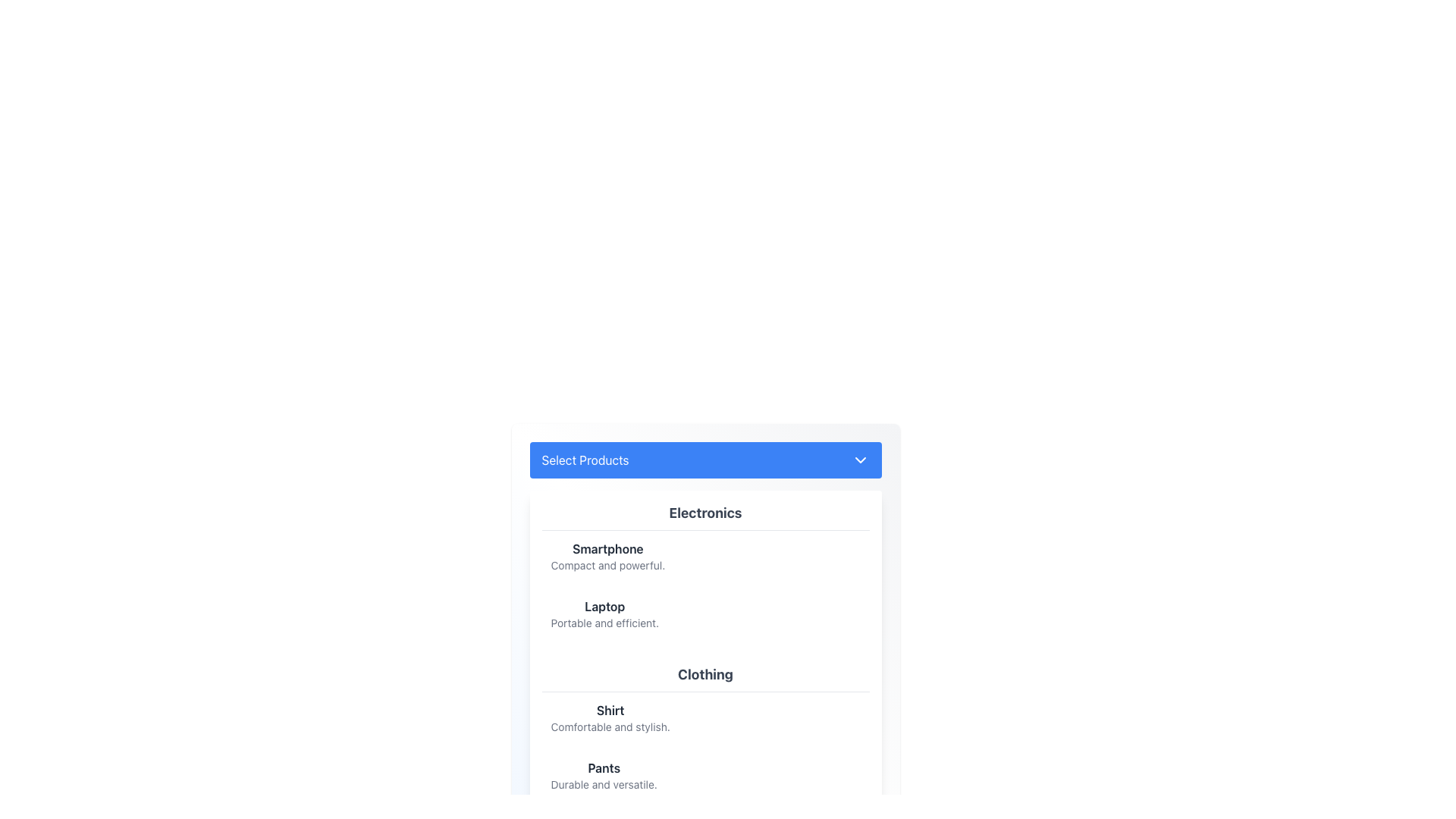  Describe the element at coordinates (704, 674) in the screenshot. I see `label that identifies the section of items related to clothing, positioned above the descriptions of 'Shirt' and 'Pants'` at that location.